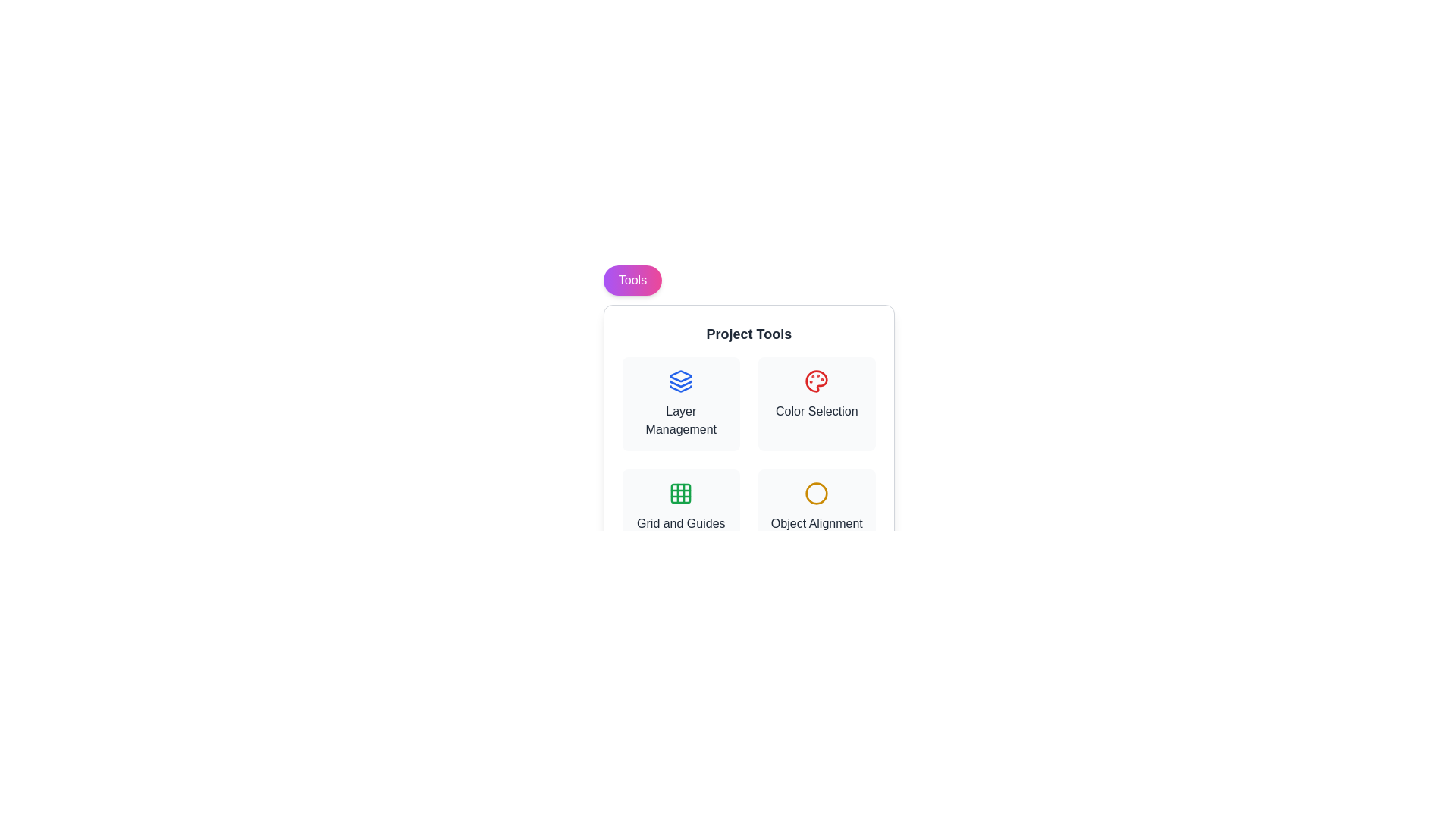  What do you see at coordinates (680, 421) in the screenshot?
I see `the 'Layer Management' text label element, which is styled in gray with medium font weight and located within the 'Project Tools' panel, directly below the layers icon` at bounding box center [680, 421].